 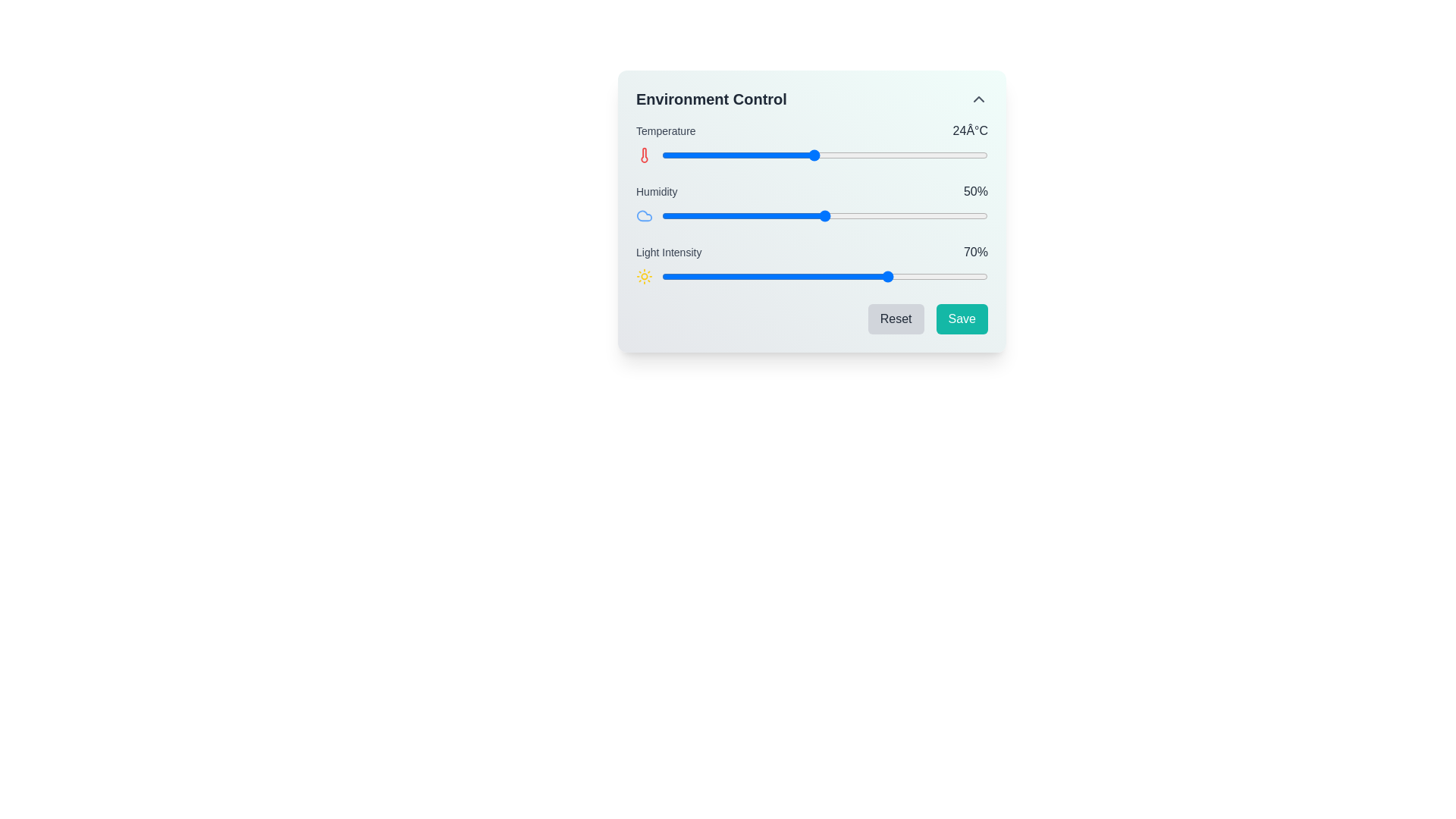 I want to click on temperature, so click(x=943, y=155).